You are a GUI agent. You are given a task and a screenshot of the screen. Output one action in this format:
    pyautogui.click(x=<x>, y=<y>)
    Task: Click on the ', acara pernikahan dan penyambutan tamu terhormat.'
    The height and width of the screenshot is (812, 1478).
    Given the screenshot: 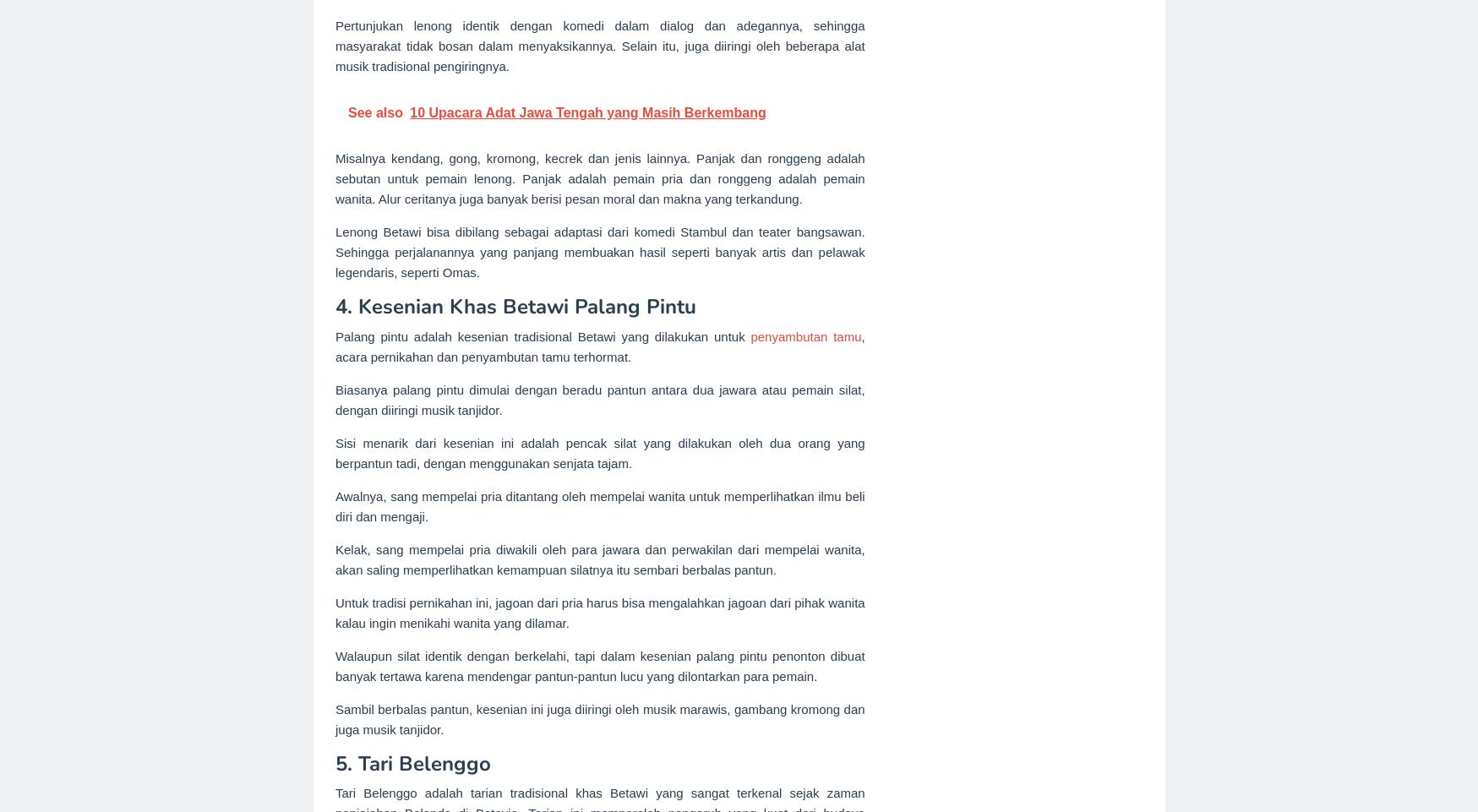 What is the action you would take?
    pyautogui.click(x=598, y=346)
    